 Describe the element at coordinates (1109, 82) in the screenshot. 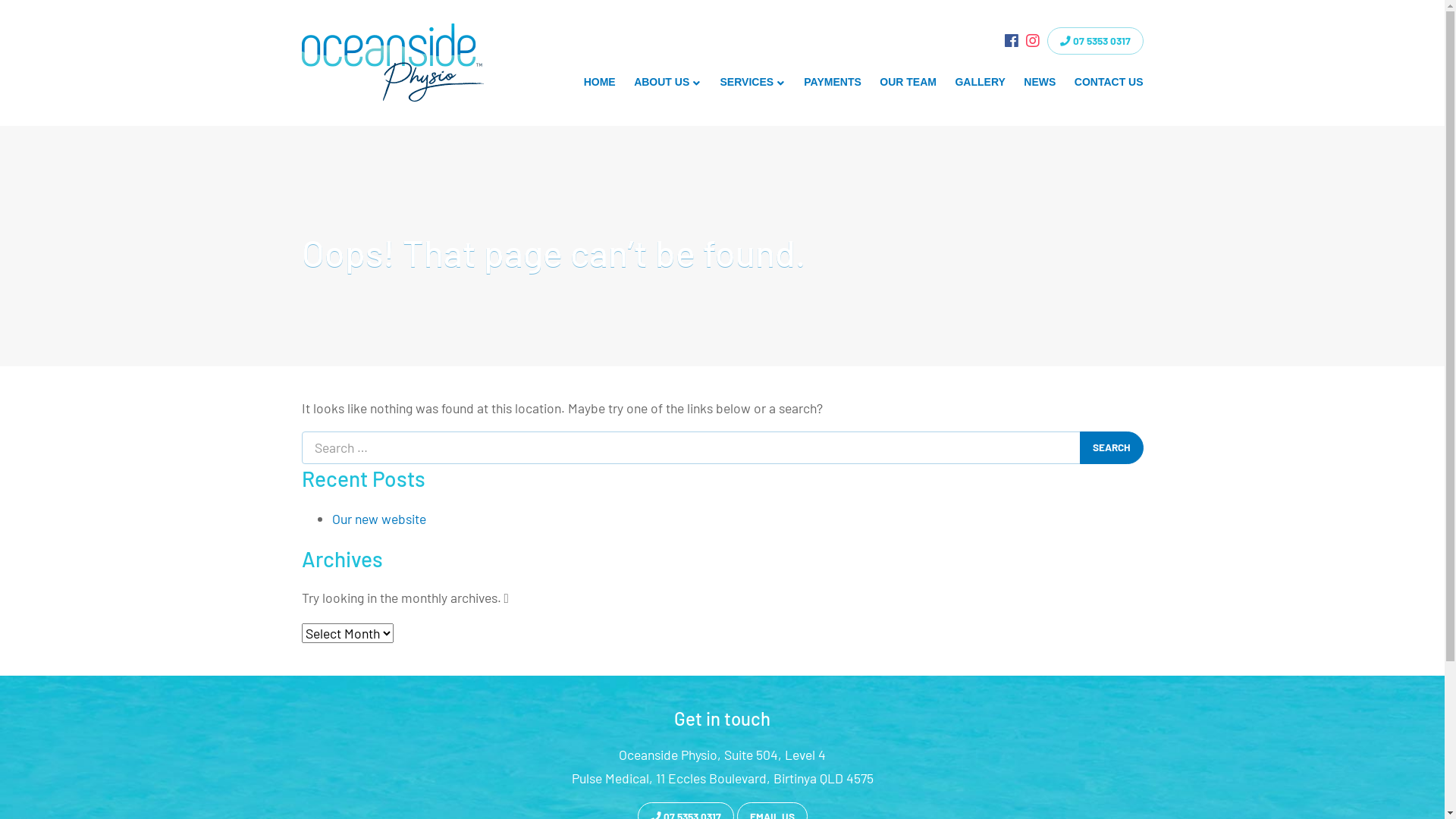

I see `'CONTACT US'` at that location.